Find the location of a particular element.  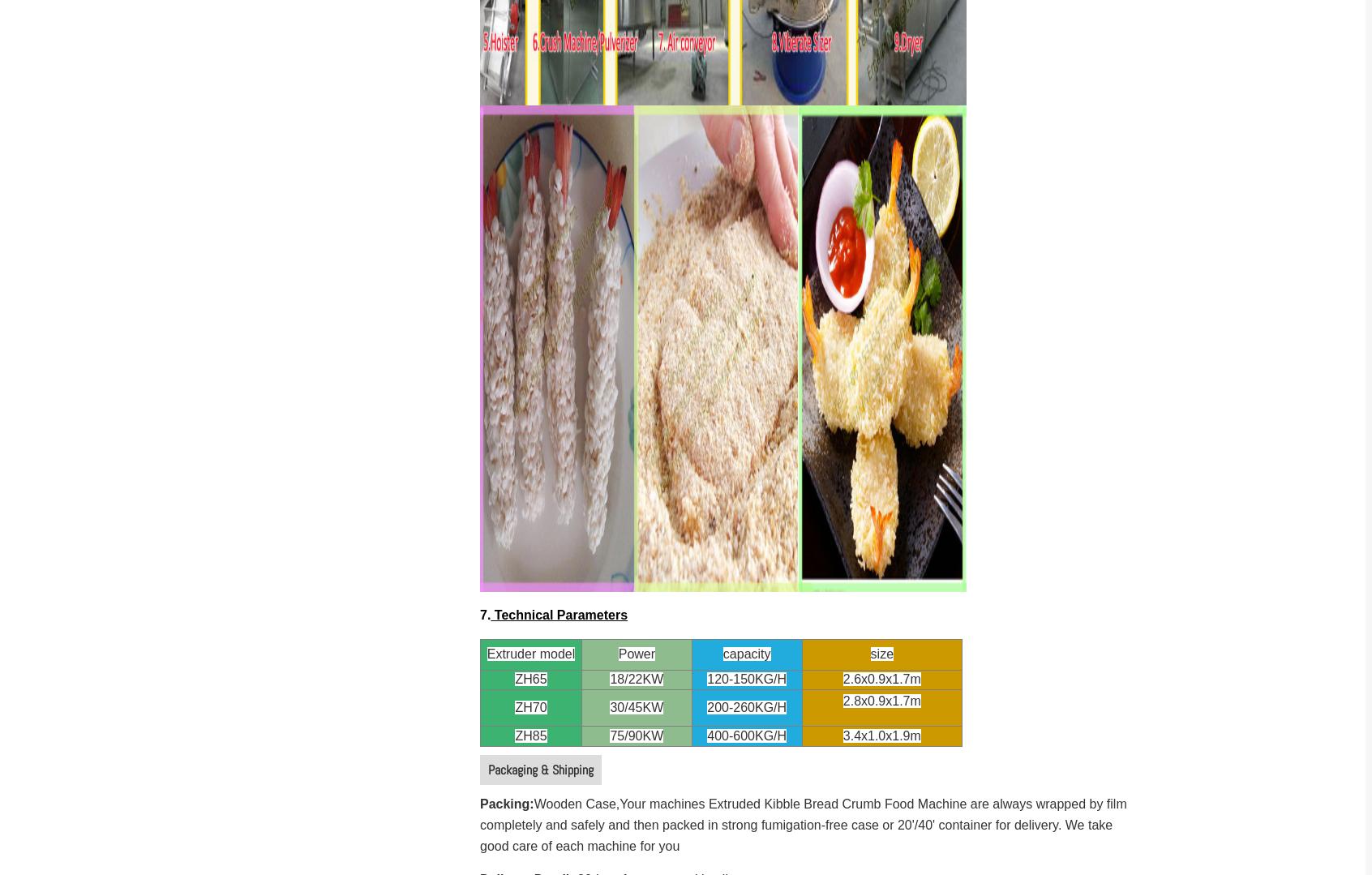

'Extruder model' is located at coordinates (530, 653).